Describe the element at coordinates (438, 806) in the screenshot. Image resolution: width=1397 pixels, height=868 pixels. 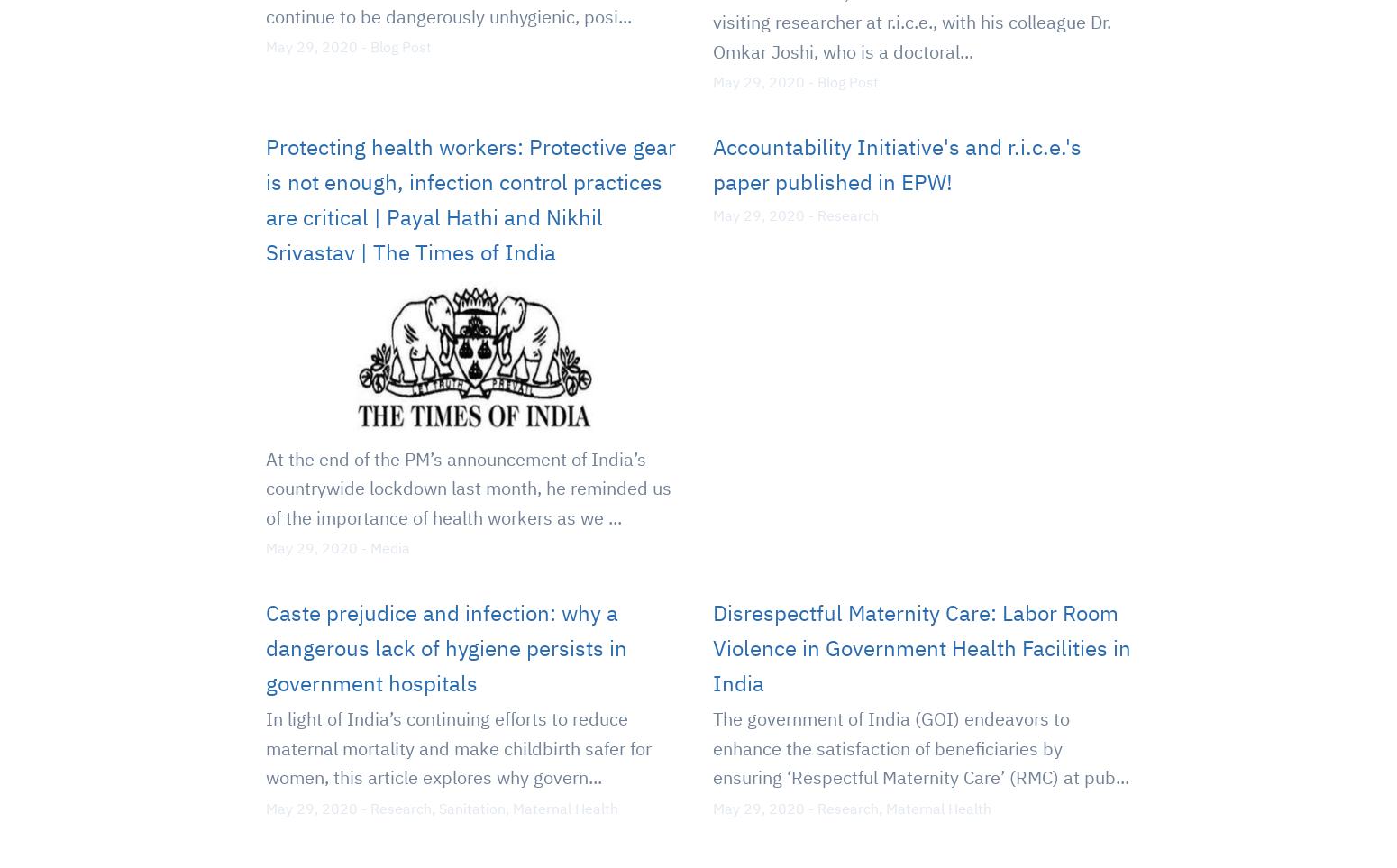
I see `'Sanitation'` at that location.